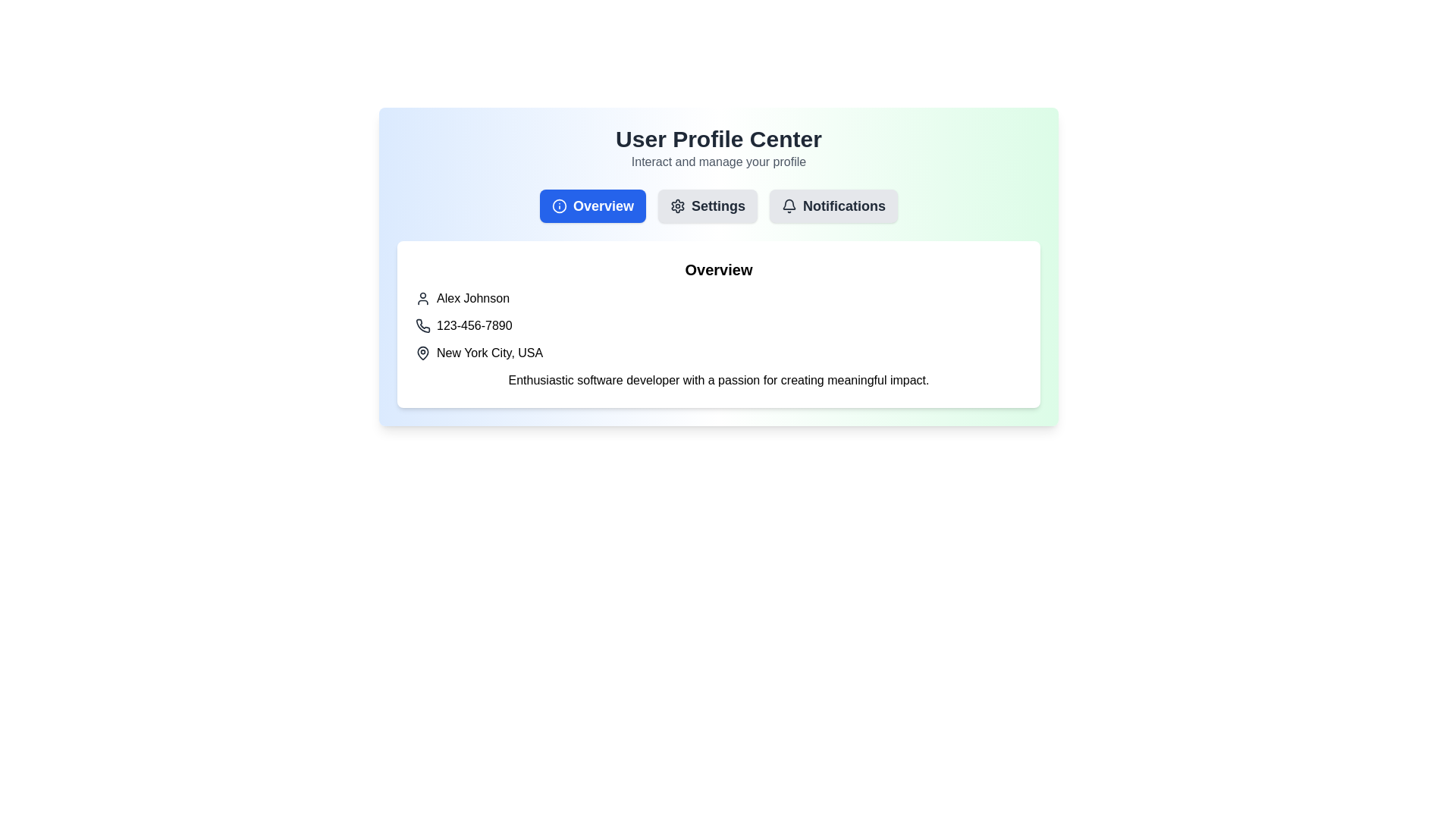 Image resolution: width=1456 pixels, height=819 pixels. What do you see at coordinates (718, 206) in the screenshot?
I see `the 'Overview' button of the Navigation Menu, which is styled with a blue background and white text` at bounding box center [718, 206].